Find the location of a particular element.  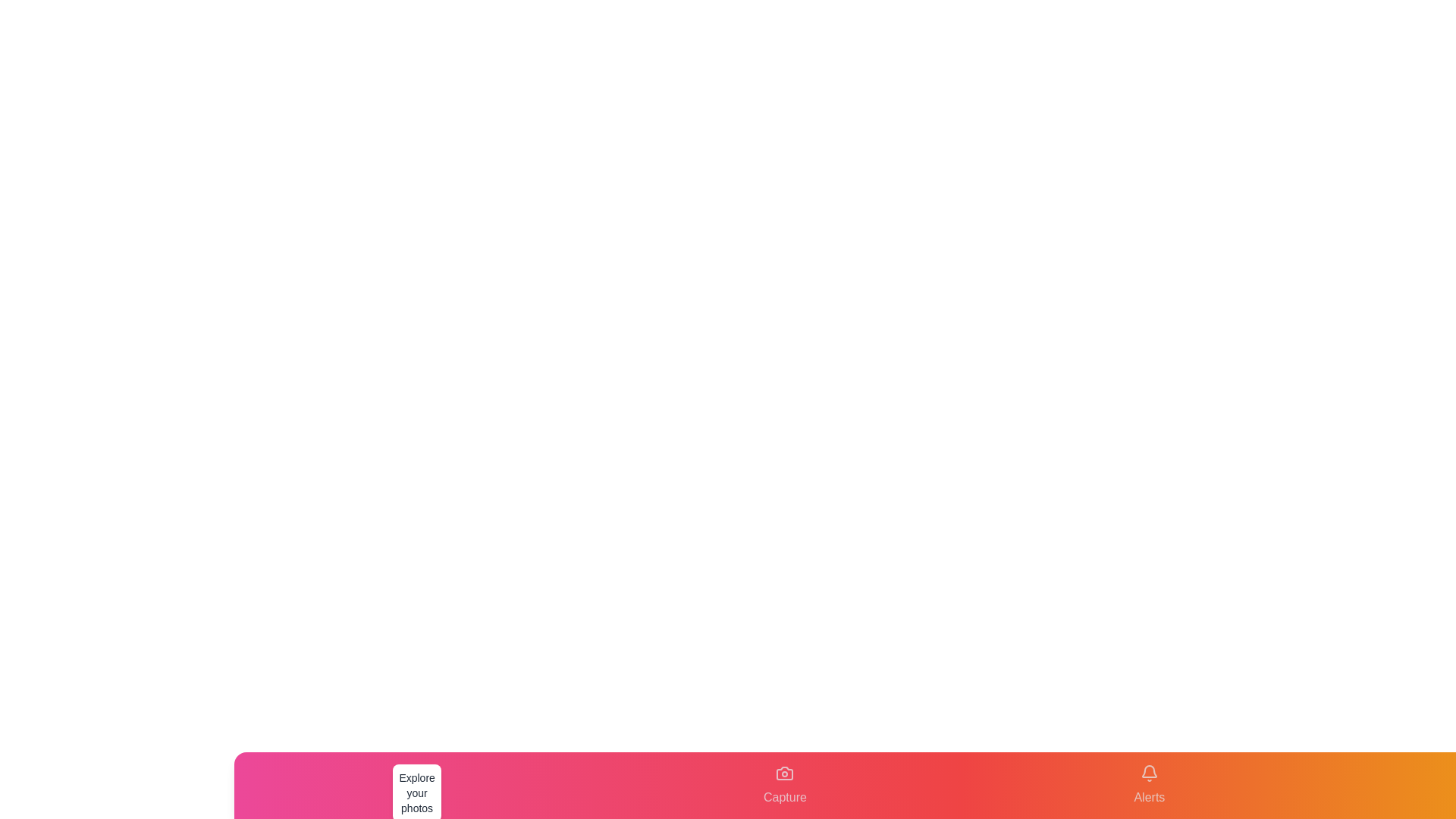

the tab labeled Gallery is located at coordinates (417, 785).